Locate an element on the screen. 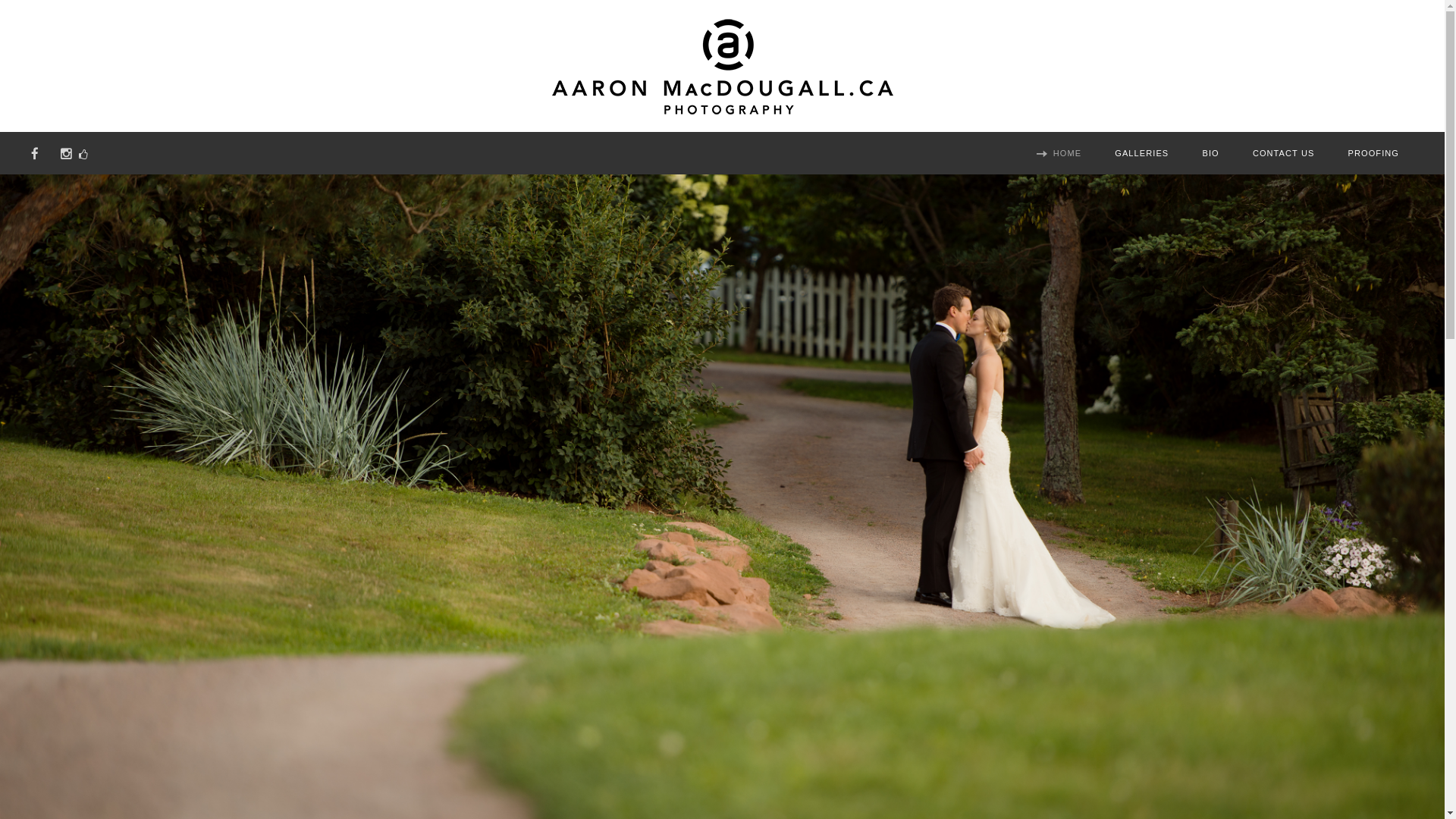 Image resolution: width=1456 pixels, height=819 pixels. 'CONTACT US' is located at coordinates (1238, 155).